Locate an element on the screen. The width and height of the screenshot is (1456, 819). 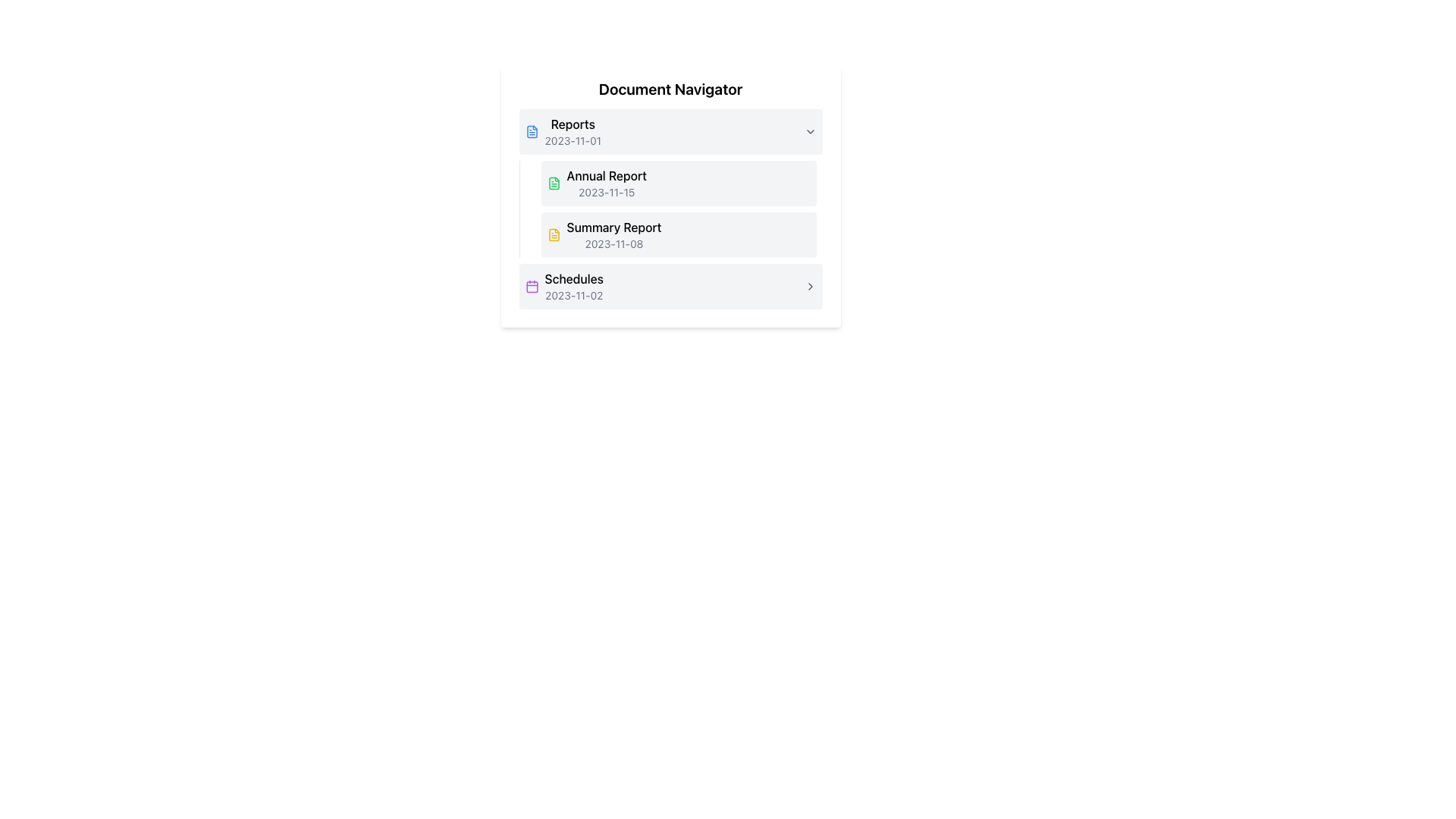
the small document icon with a blue outline located to the left of the 'Reports' label in the 'Document Navigator' panel is located at coordinates (532, 130).